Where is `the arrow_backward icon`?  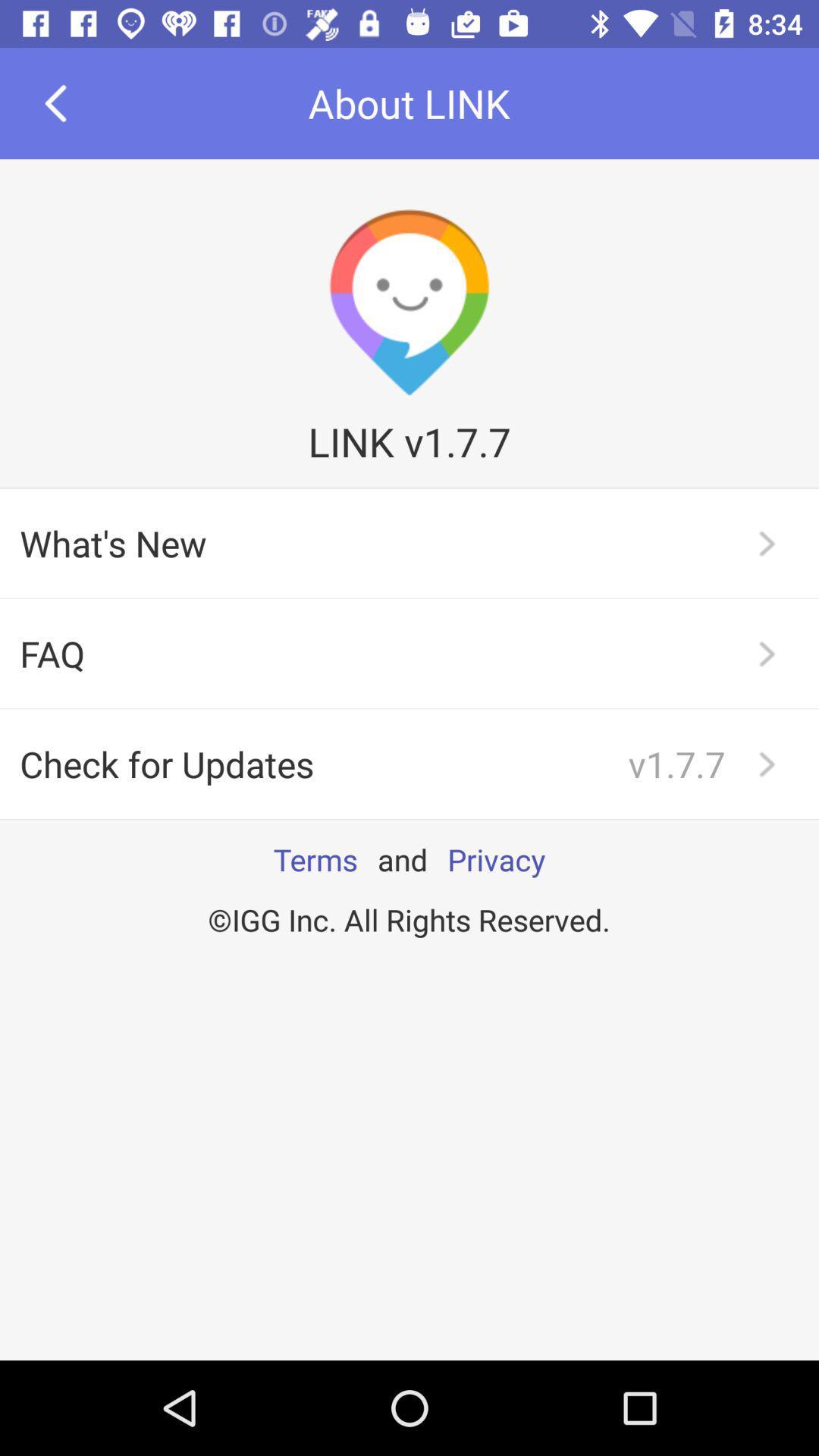
the arrow_backward icon is located at coordinates (55, 102).